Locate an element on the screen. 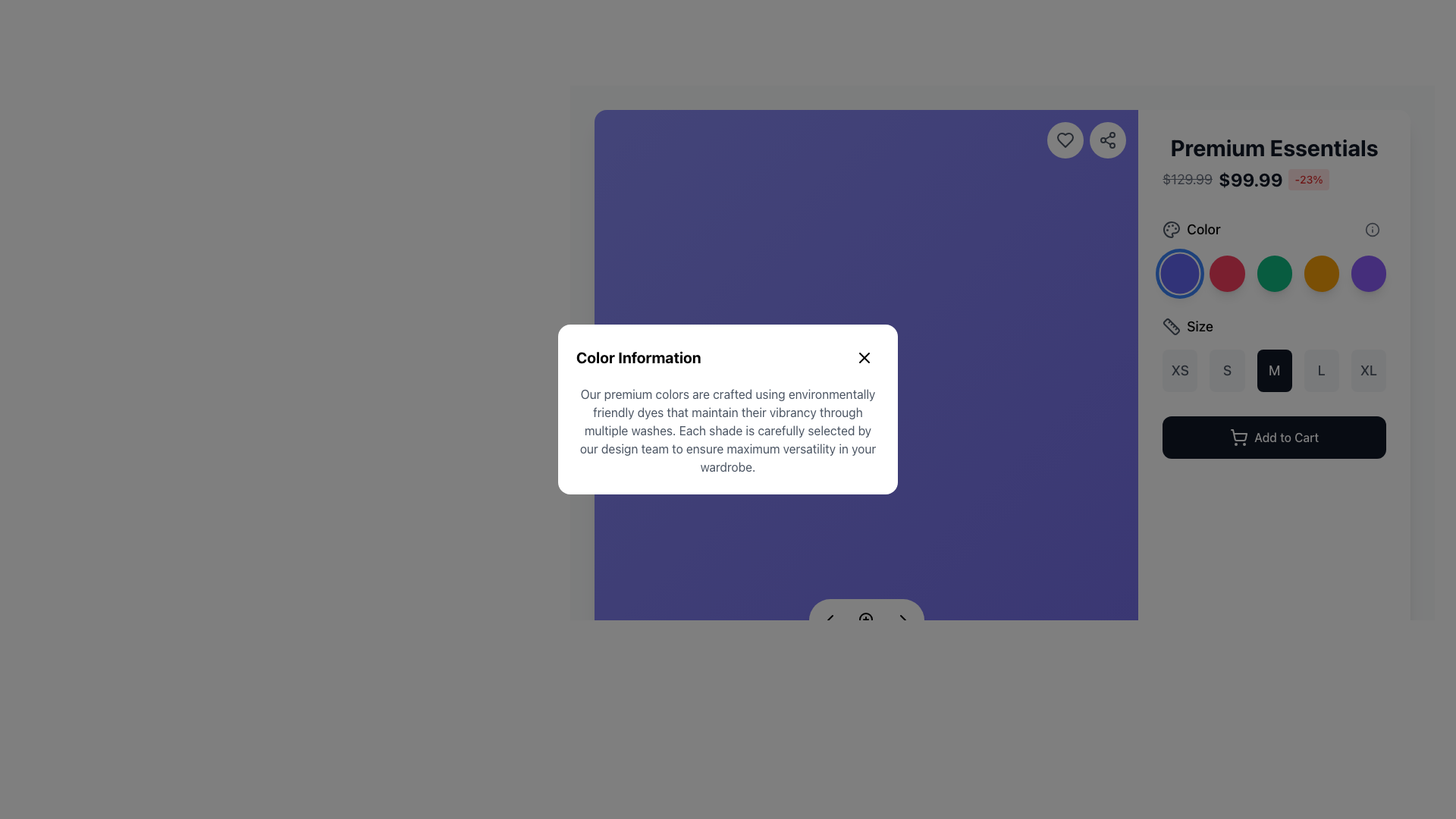  the 'XL' size selection button located in the size selection section below the 'Color' section is located at coordinates (1368, 371).